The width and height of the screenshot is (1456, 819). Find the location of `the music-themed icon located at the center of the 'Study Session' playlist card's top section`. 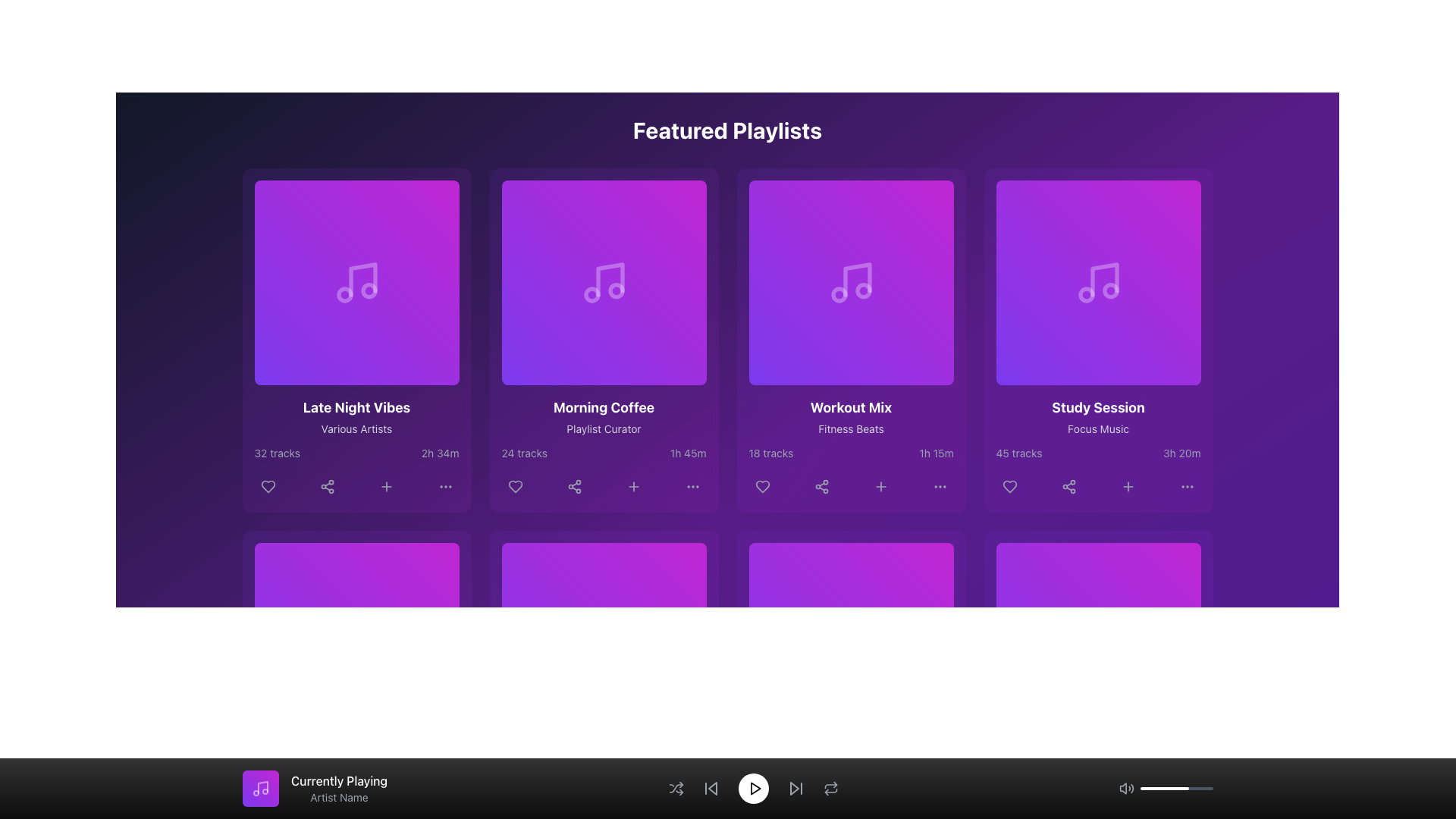

the music-themed icon located at the center of the 'Study Session' playlist card's top section is located at coordinates (1098, 283).